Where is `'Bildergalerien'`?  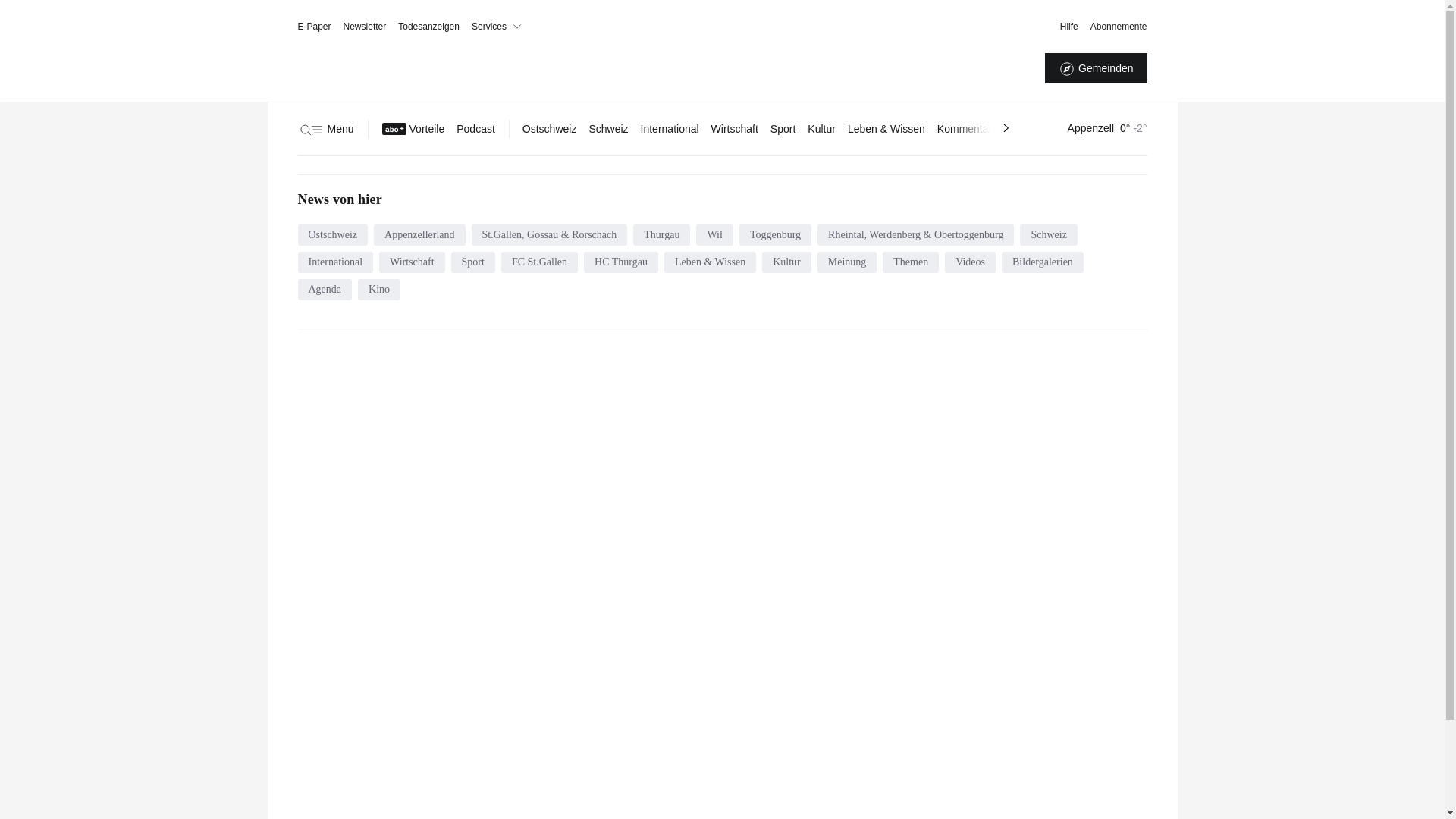
'Bildergalerien' is located at coordinates (1001, 262).